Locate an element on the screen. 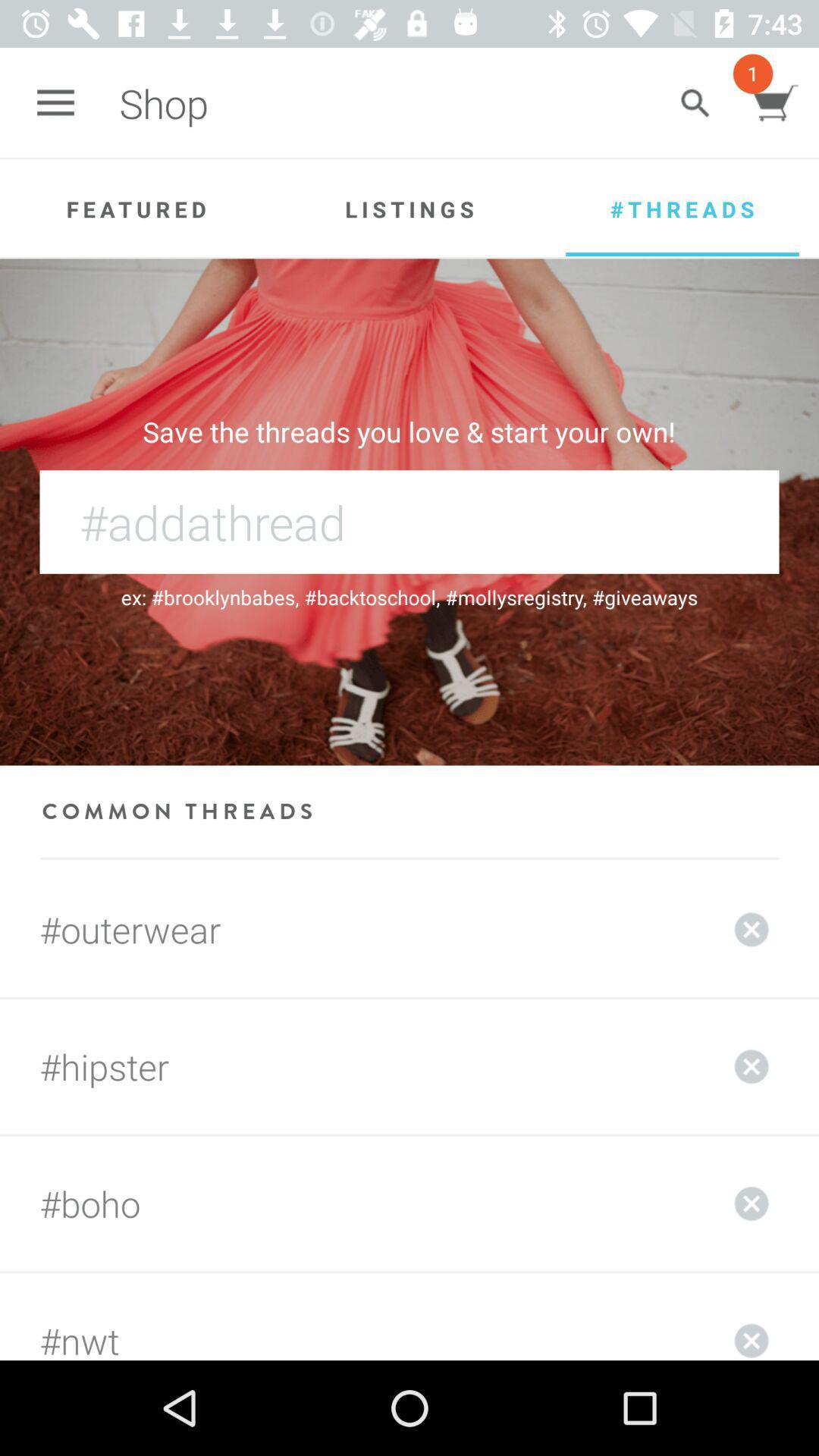 This screenshot has height=1456, width=819. option is located at coordinates (752, 1065).